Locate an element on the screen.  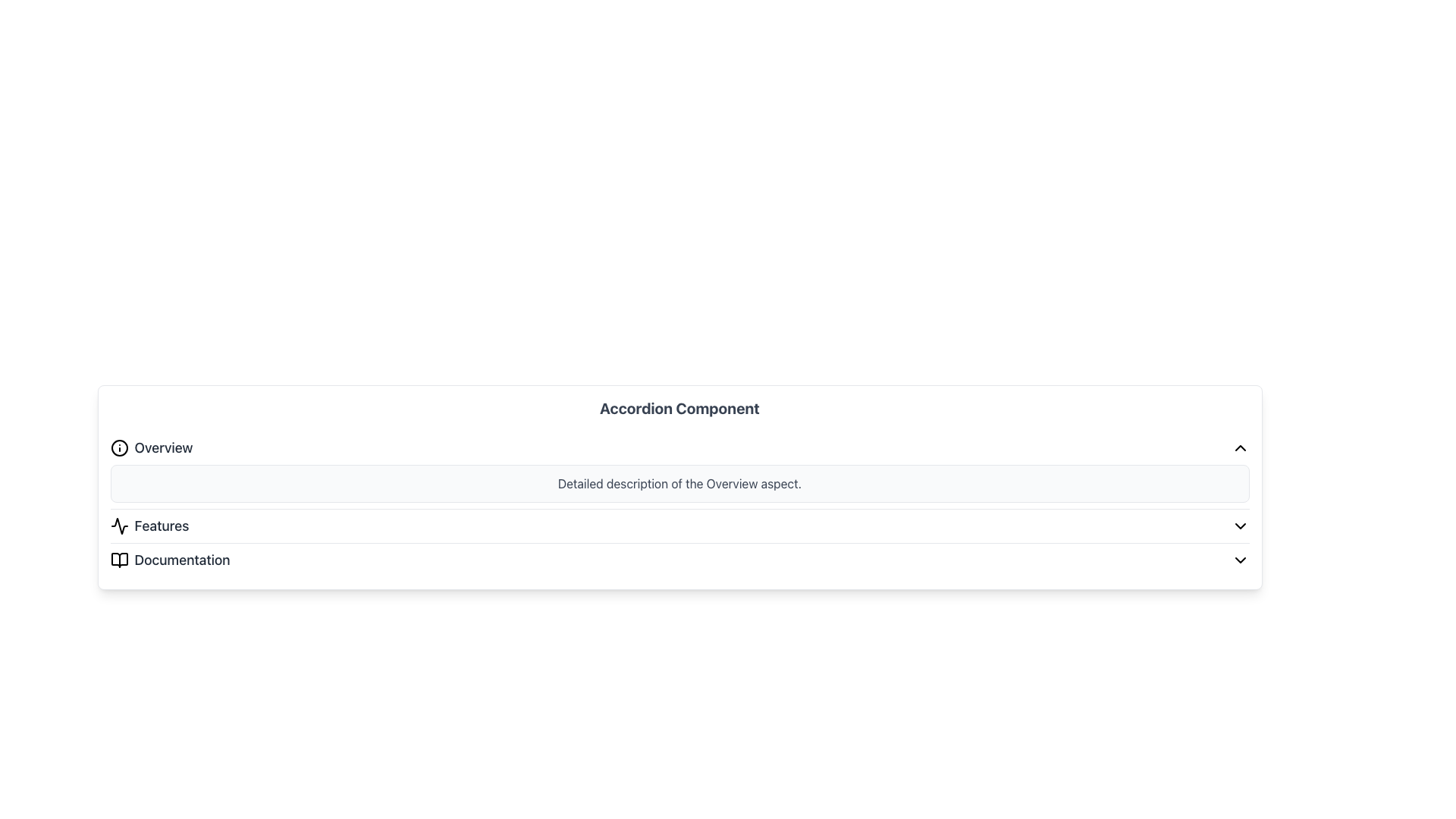
the text element that labels the accordion section titled 'Features' is located at coordinates (162, 526).